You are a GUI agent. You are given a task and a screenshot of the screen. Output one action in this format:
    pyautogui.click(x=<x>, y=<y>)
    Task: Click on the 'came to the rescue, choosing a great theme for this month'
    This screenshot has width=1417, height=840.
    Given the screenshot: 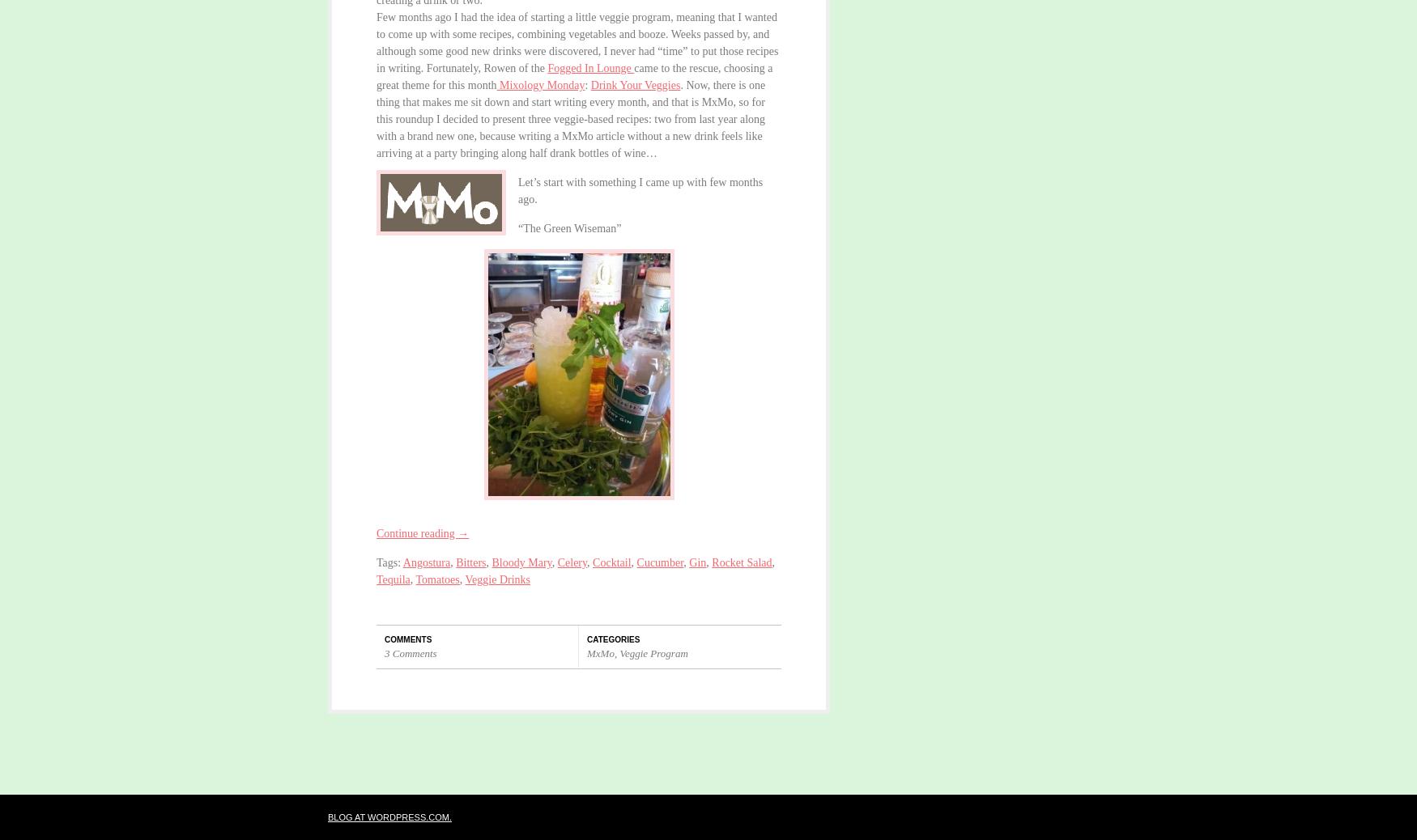 What is the action you would take?
    pyautogui.click(x=574, y=75)
    